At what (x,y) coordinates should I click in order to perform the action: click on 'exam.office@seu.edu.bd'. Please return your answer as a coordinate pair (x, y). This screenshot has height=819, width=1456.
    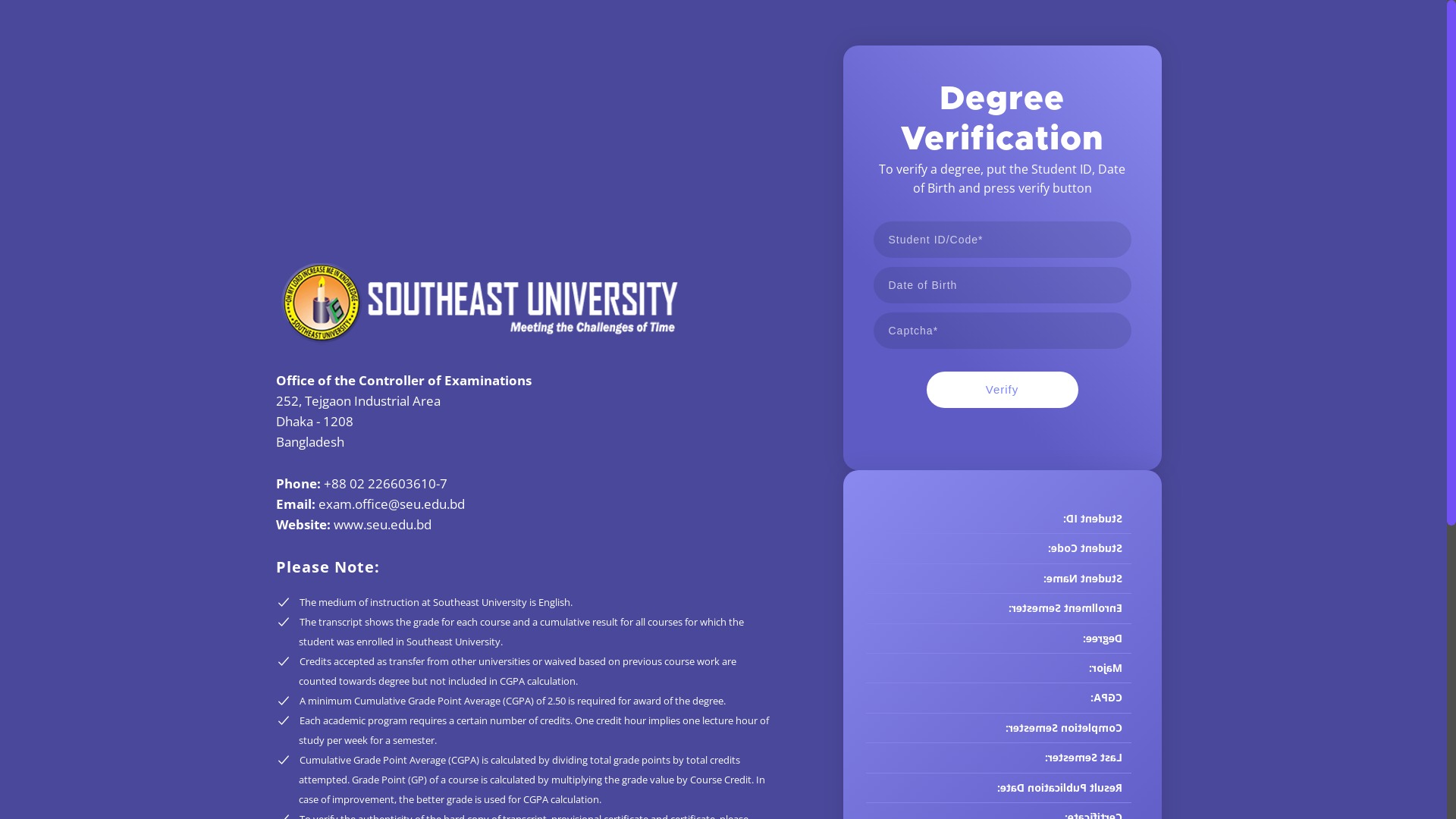
    Looking at the image, I should click on (391, 504).